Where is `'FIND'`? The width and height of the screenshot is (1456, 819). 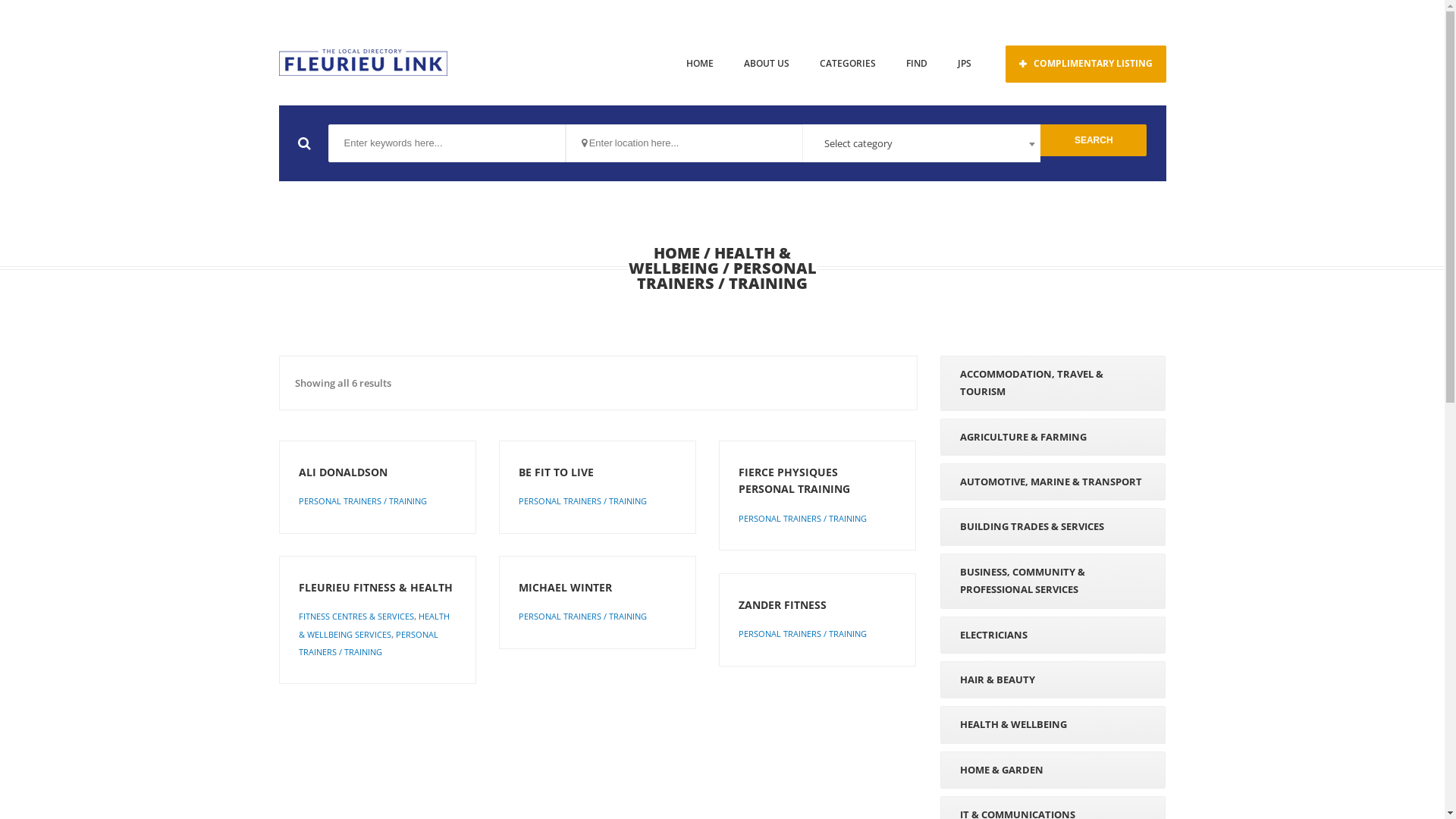 'FIND' is located at coordinates (915, 63).